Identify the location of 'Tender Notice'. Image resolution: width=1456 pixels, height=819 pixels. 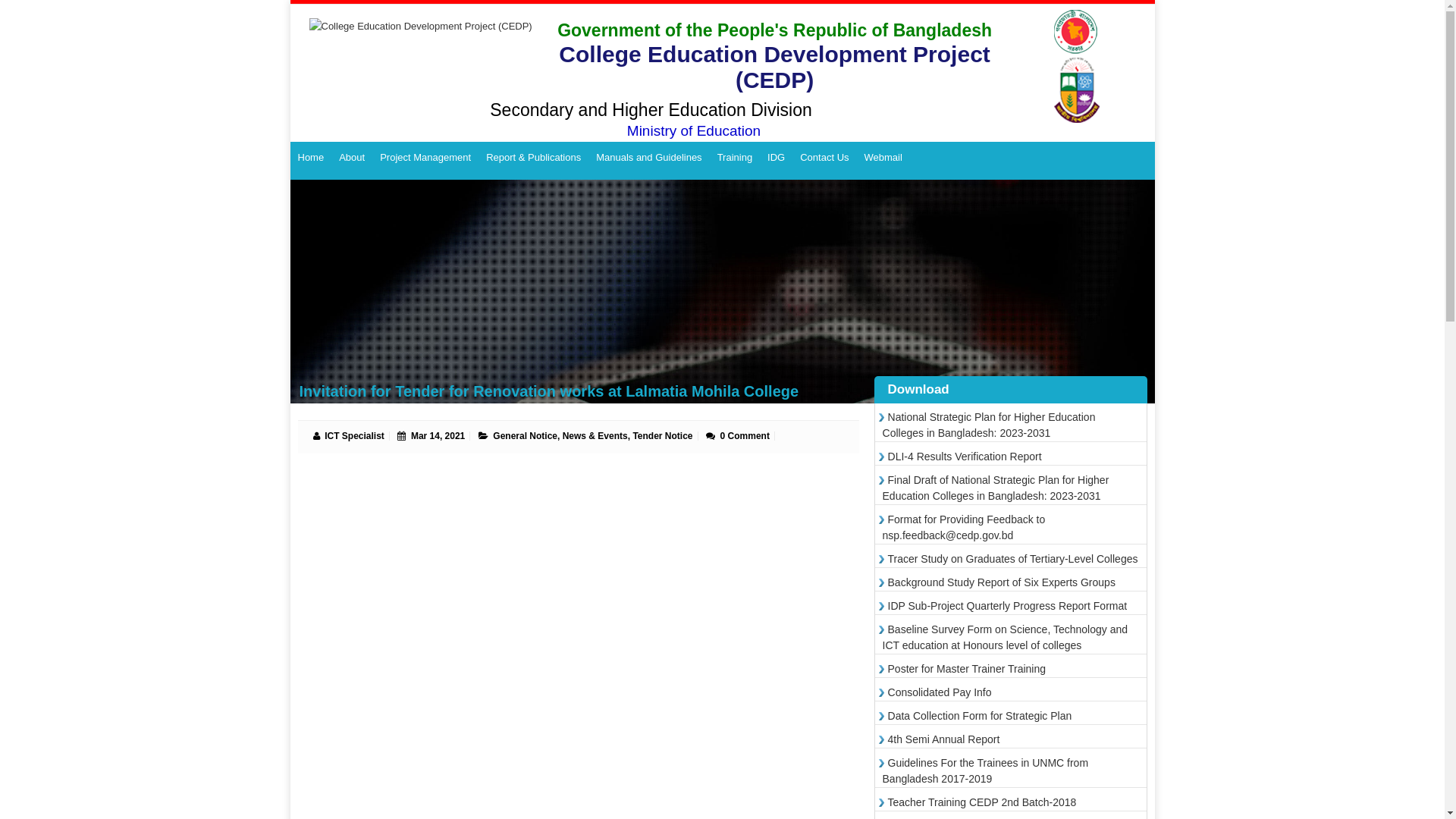
(632, 435).